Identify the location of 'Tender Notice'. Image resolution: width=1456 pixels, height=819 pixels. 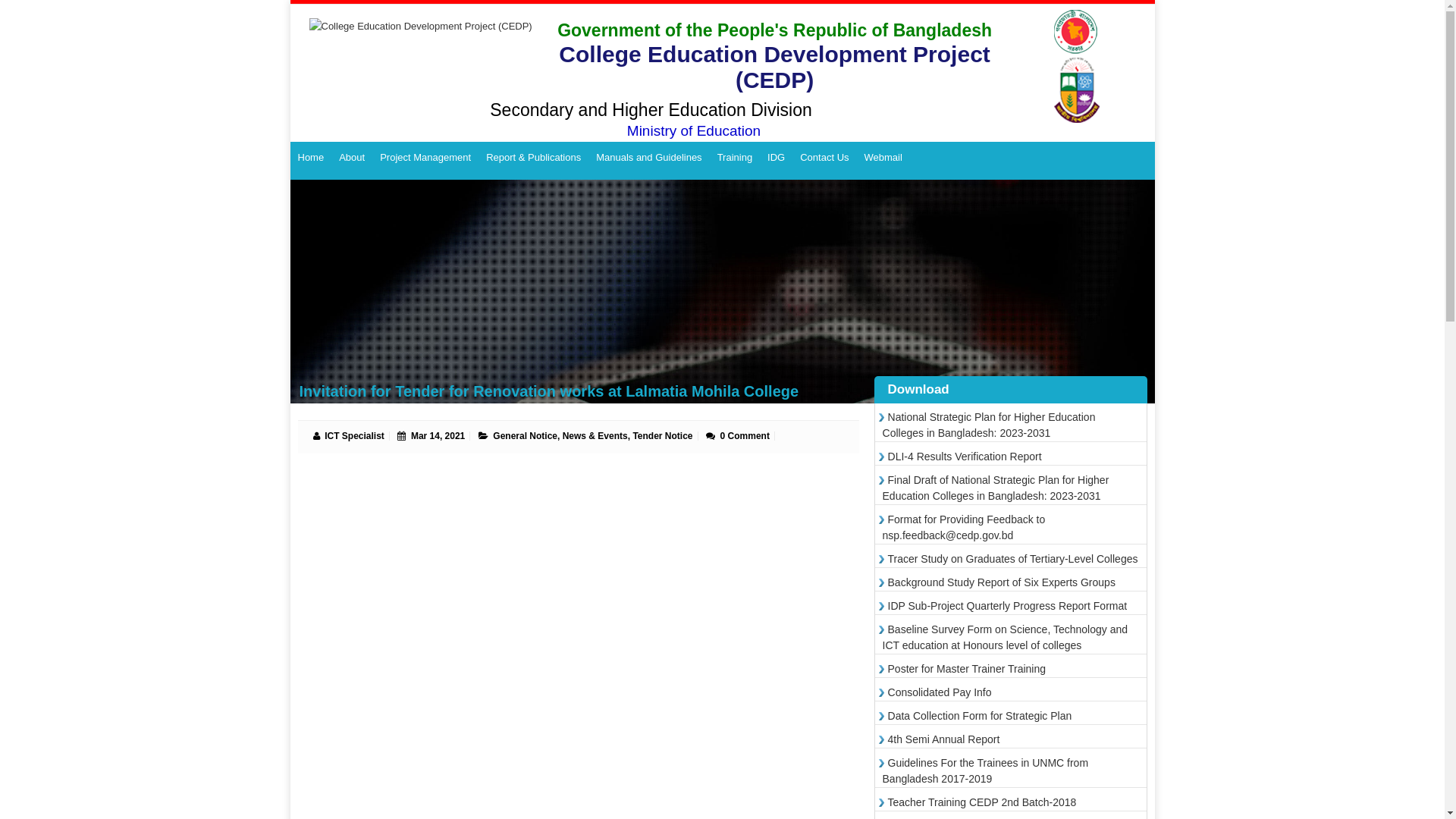
(632, 435).